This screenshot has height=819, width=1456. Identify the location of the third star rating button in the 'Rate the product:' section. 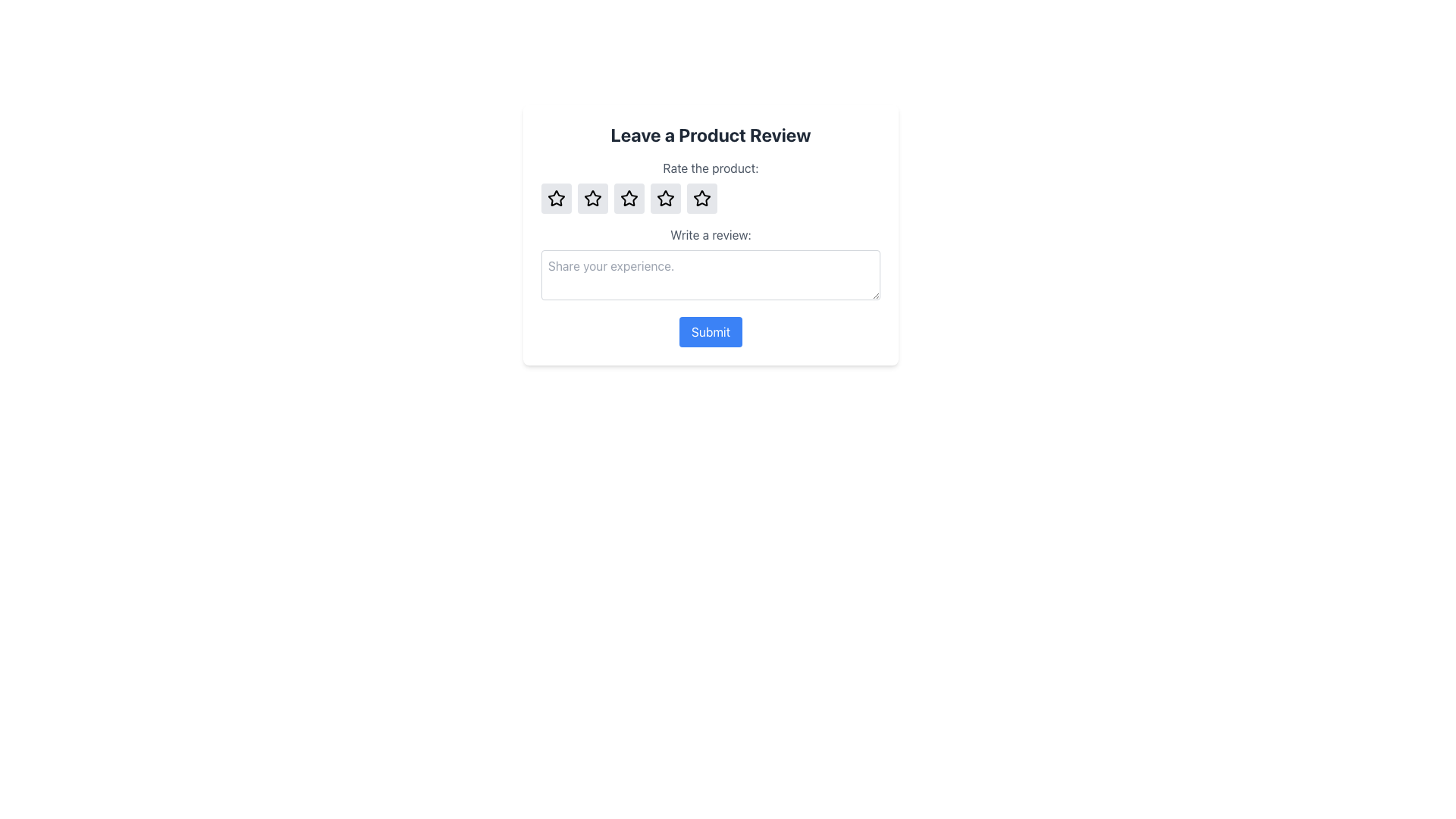
(629, 198).